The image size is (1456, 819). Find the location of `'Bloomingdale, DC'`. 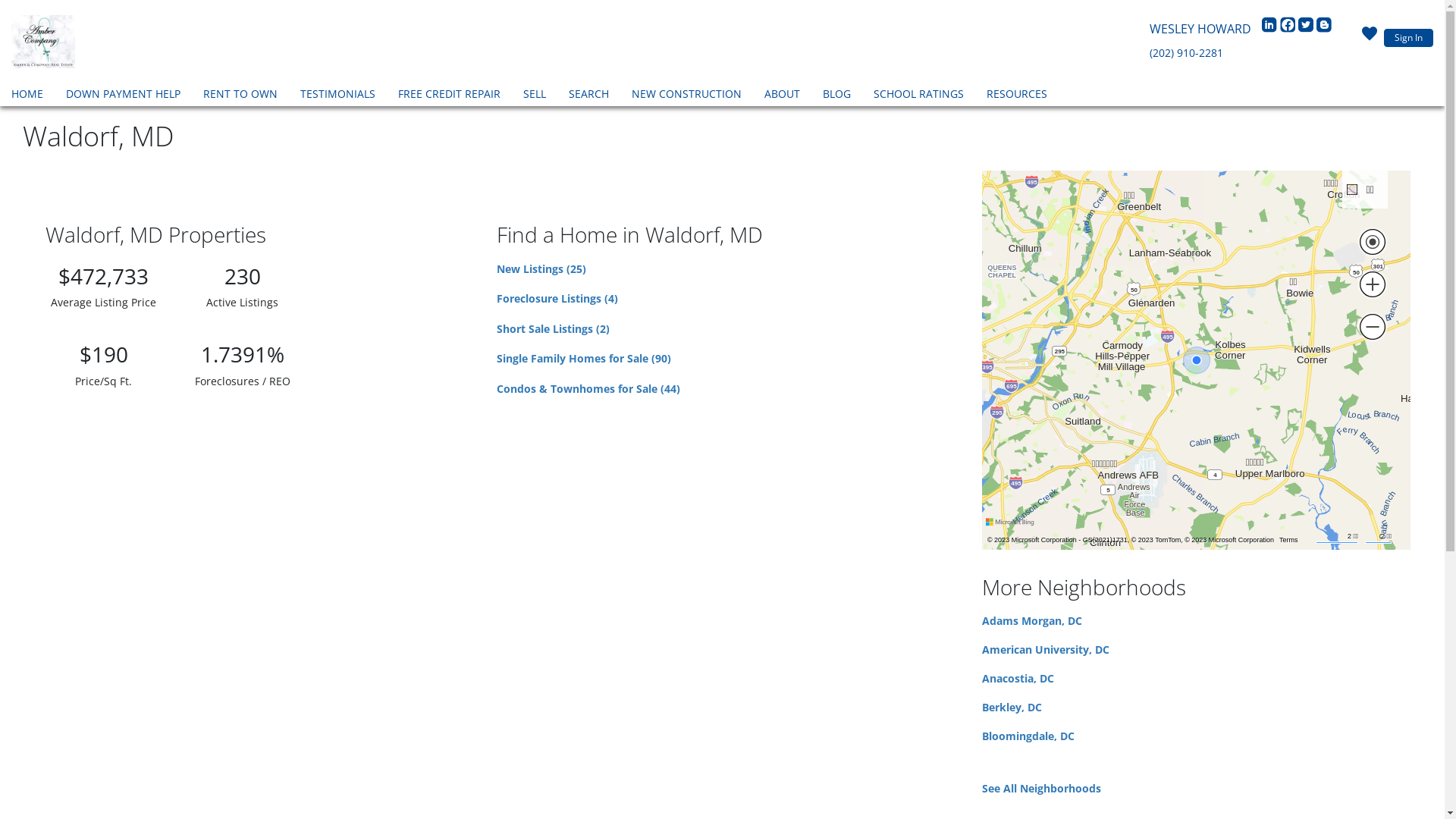

'Bloomingdale, DC' is located at coordinates (1028, 735).